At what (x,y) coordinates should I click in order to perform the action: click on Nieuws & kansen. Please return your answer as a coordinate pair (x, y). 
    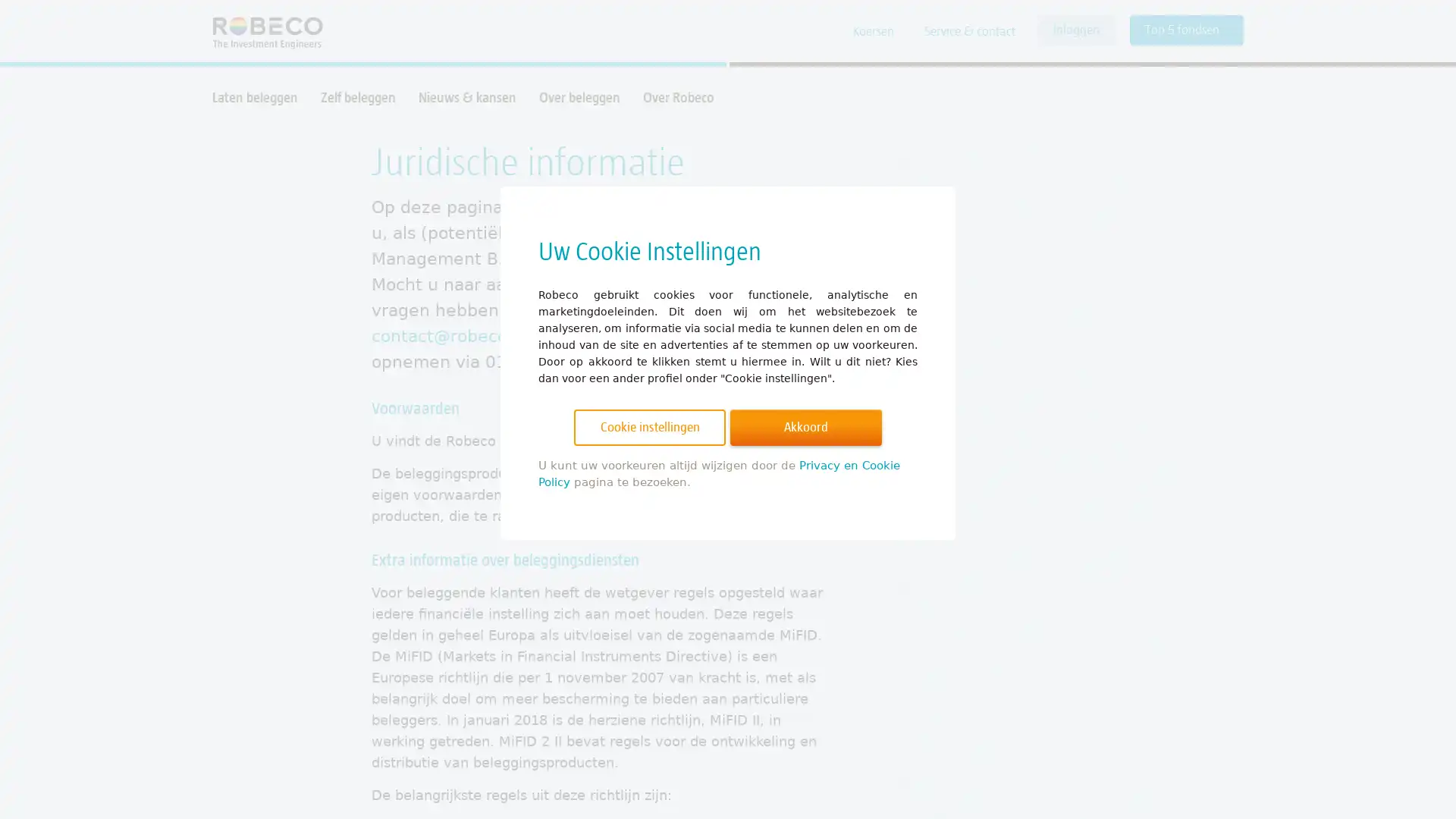
    Looking at the image, I should click on (466, 97).